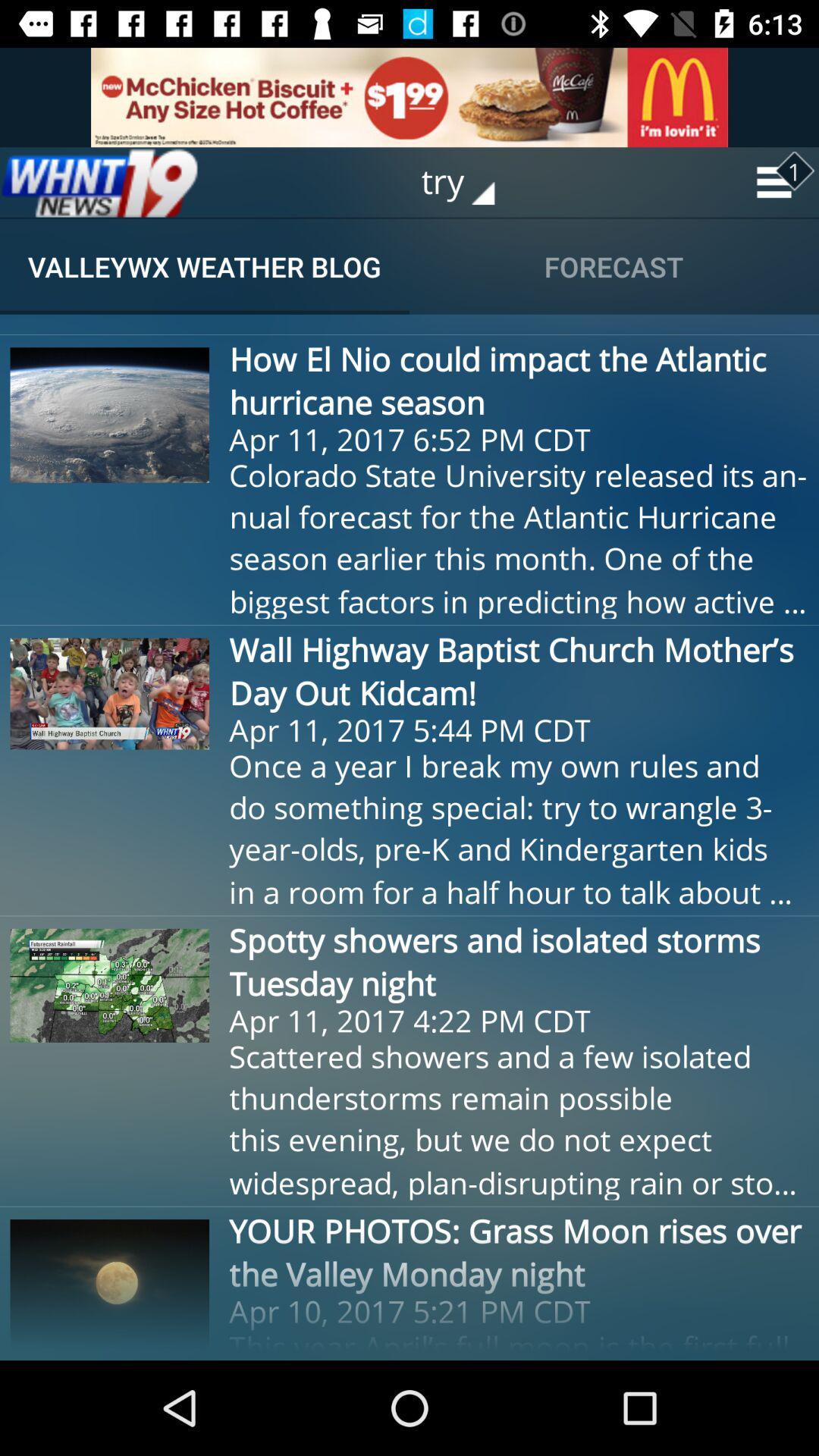 This screenshot has height=1456, width=819. What do you see at coordinates (409, 96) in the screenshot?
I see `advertisement site` at bounding box center [409, 96].